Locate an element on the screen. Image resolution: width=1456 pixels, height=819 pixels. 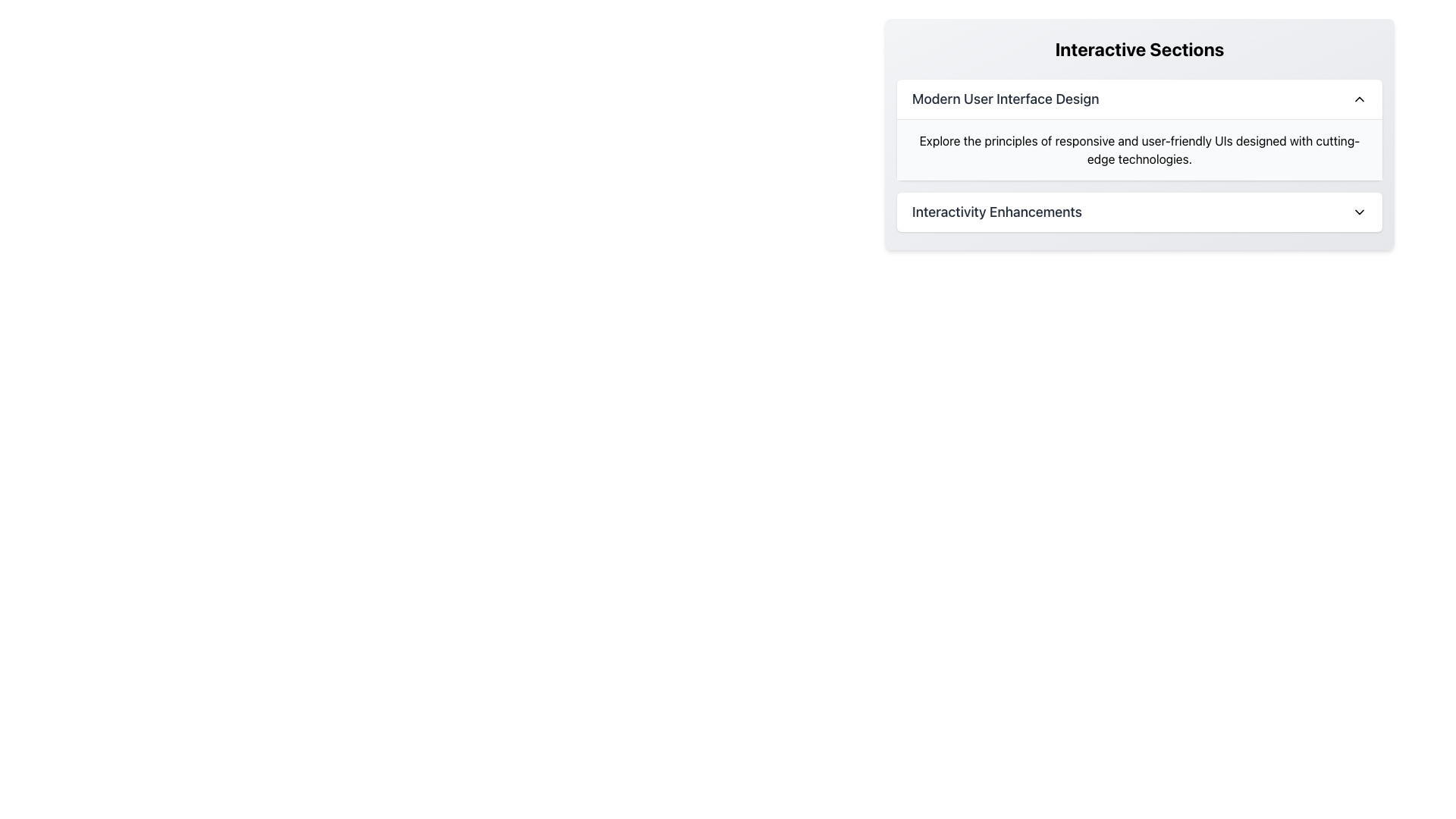
text element that displays 'Interactivity Enhancements', which is styled in bold, large dark gray font and is located prominently in the upper section of the interface is located at coordinates (997, 212).